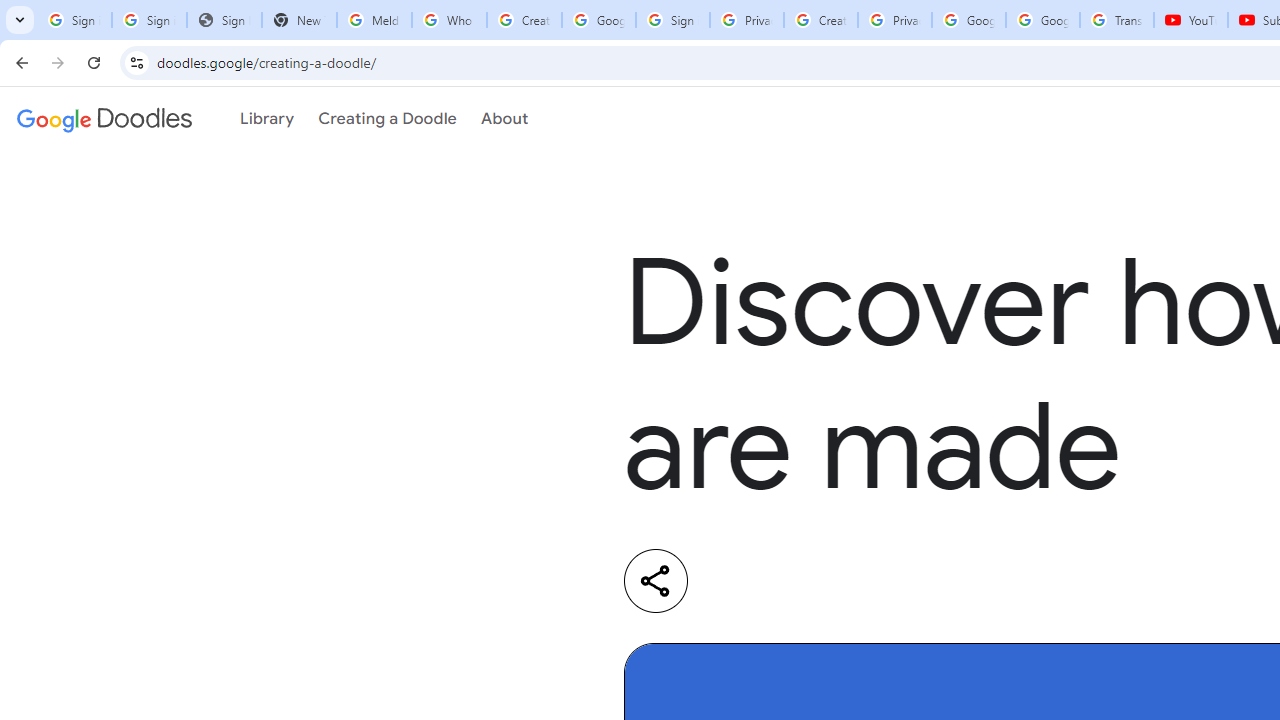  Describe the element at coordinates (656, 580) in the screenshot. I see `'Share'` at that location.